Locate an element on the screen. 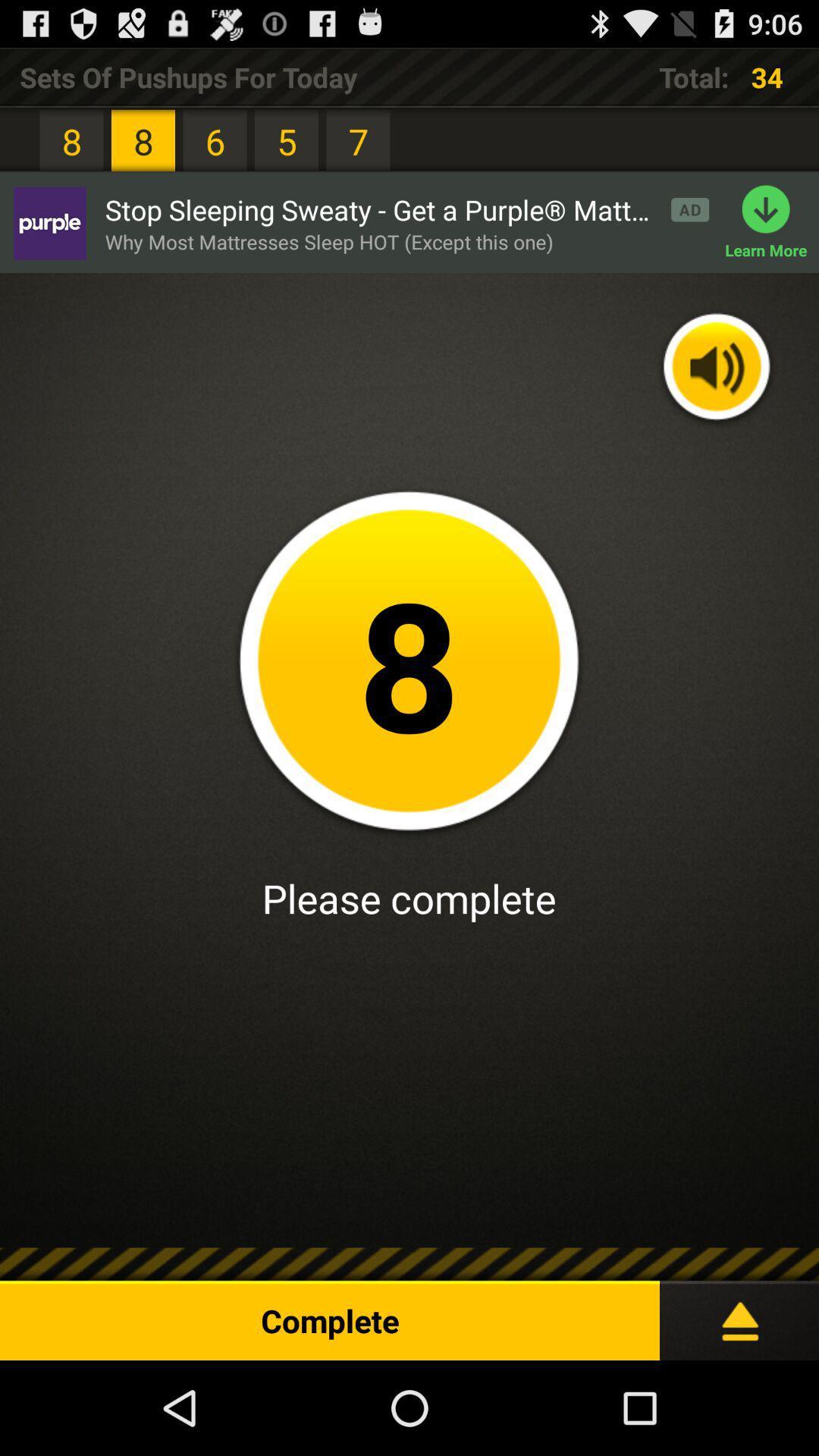 The width and height of the screenshot is (819, 1456). see more information is located at coordinates (739, 1313).